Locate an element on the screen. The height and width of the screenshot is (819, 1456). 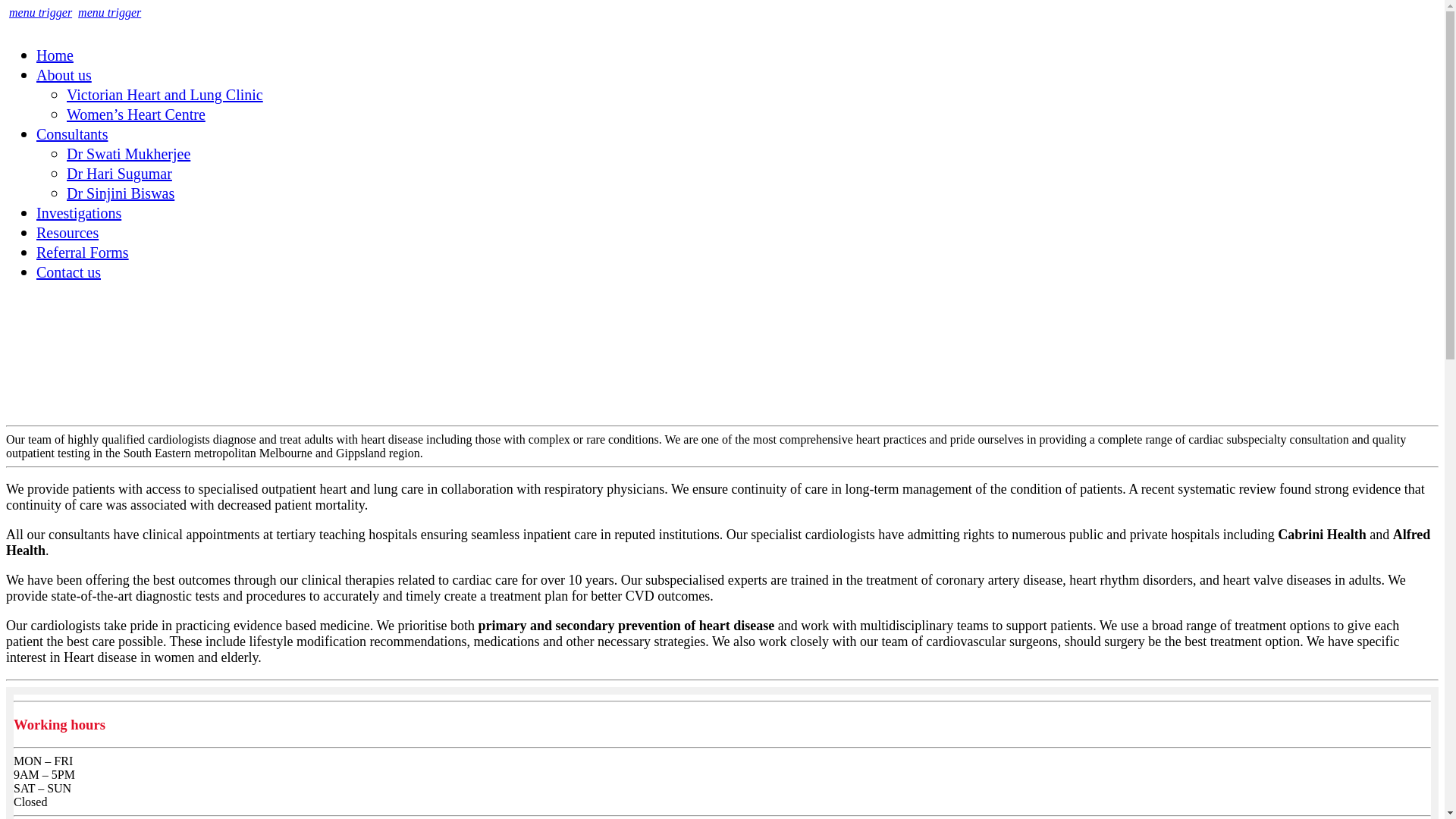
'Dr Hari Sugumar' is located at coordinates (118, 172).